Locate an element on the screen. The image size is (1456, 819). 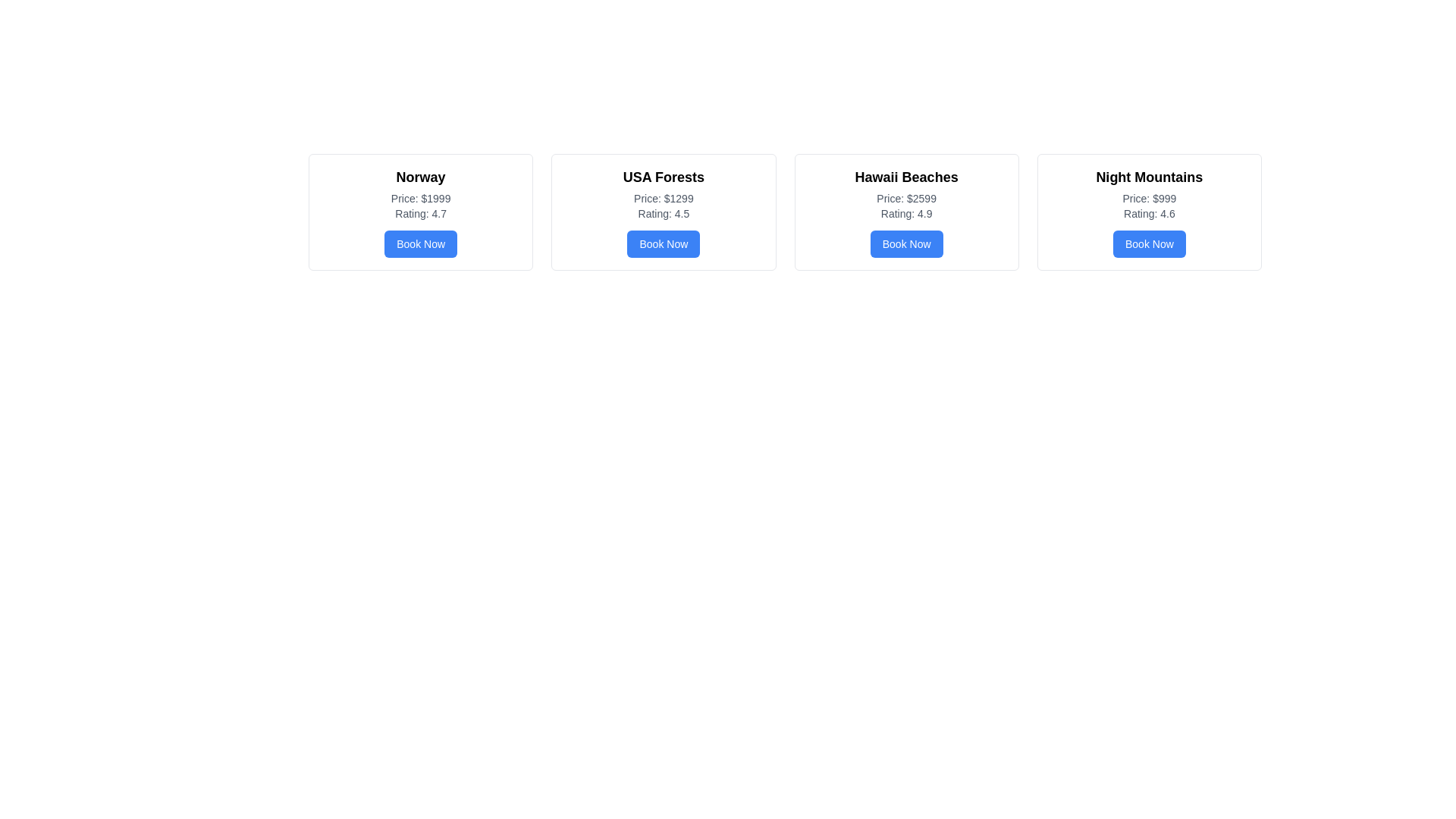
text label displaying the rating for the 'Night Mountains' package, located below the price and above the 'Book Now' button is located at coordinates (1149, 213).